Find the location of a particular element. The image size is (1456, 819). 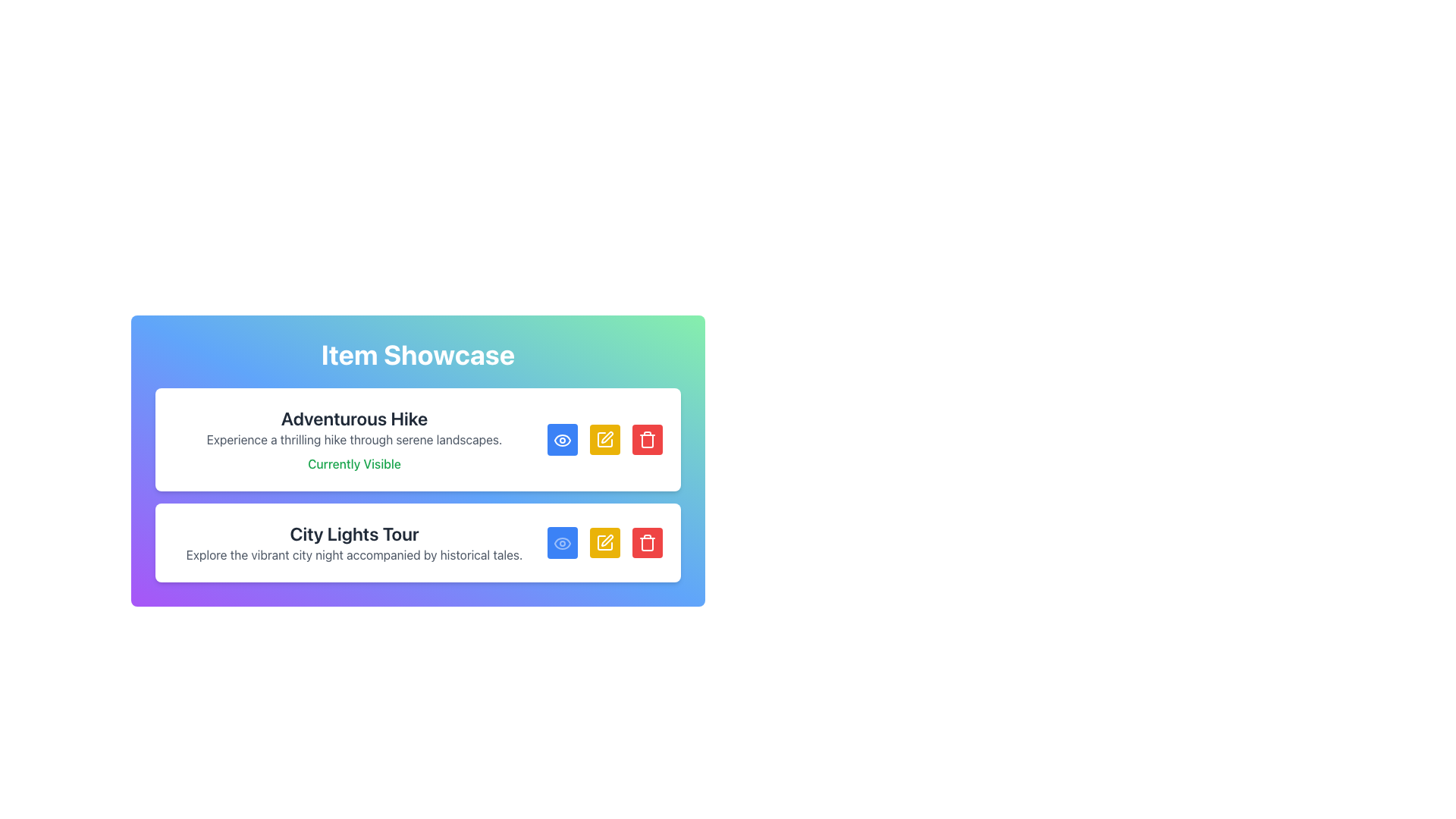

the yellow pen icon button, which represents the 'edit' option for the 'City Lights Tour' item is located at coordinates (607, 540).